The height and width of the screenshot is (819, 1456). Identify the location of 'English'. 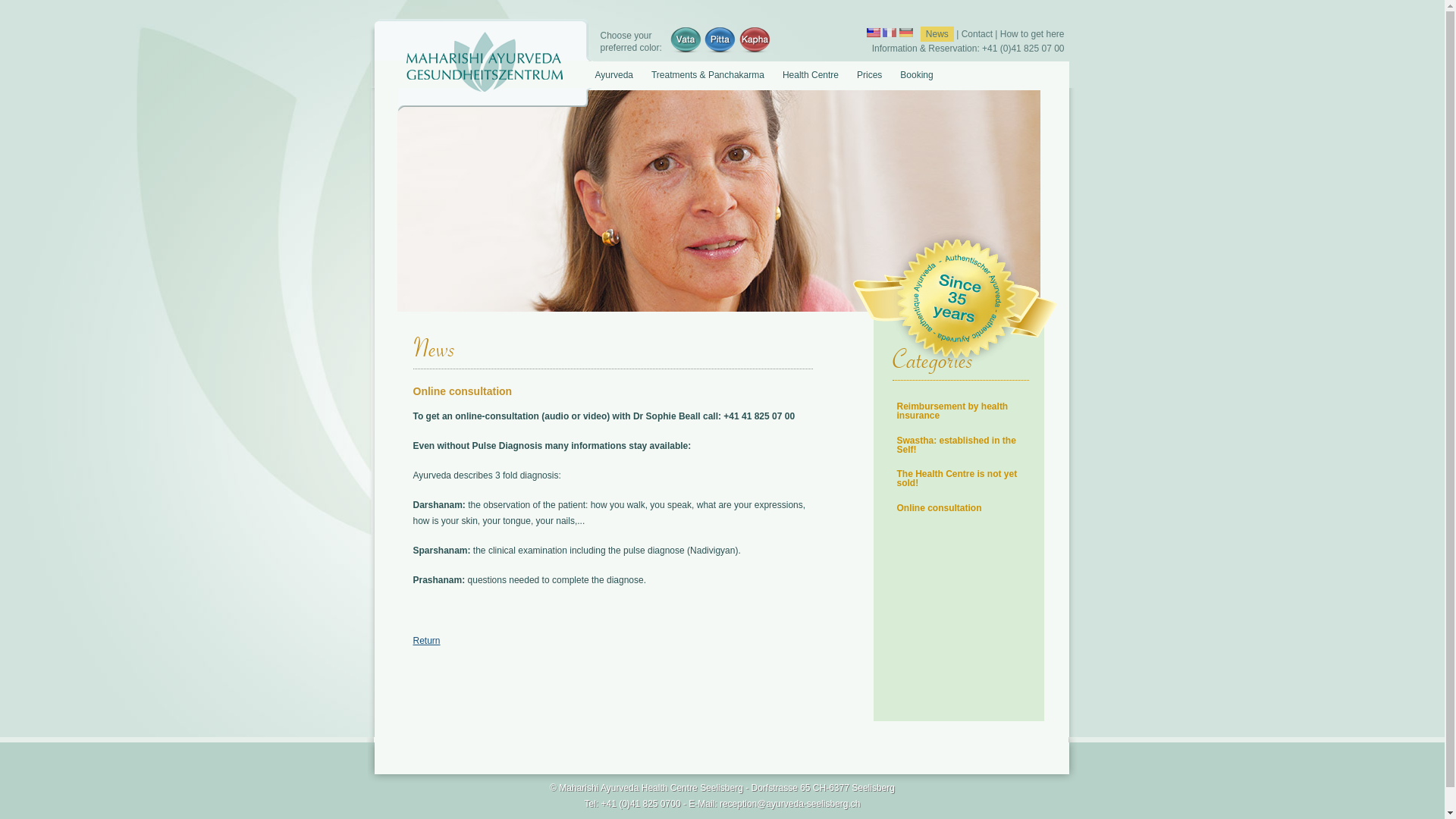
(874, 32).